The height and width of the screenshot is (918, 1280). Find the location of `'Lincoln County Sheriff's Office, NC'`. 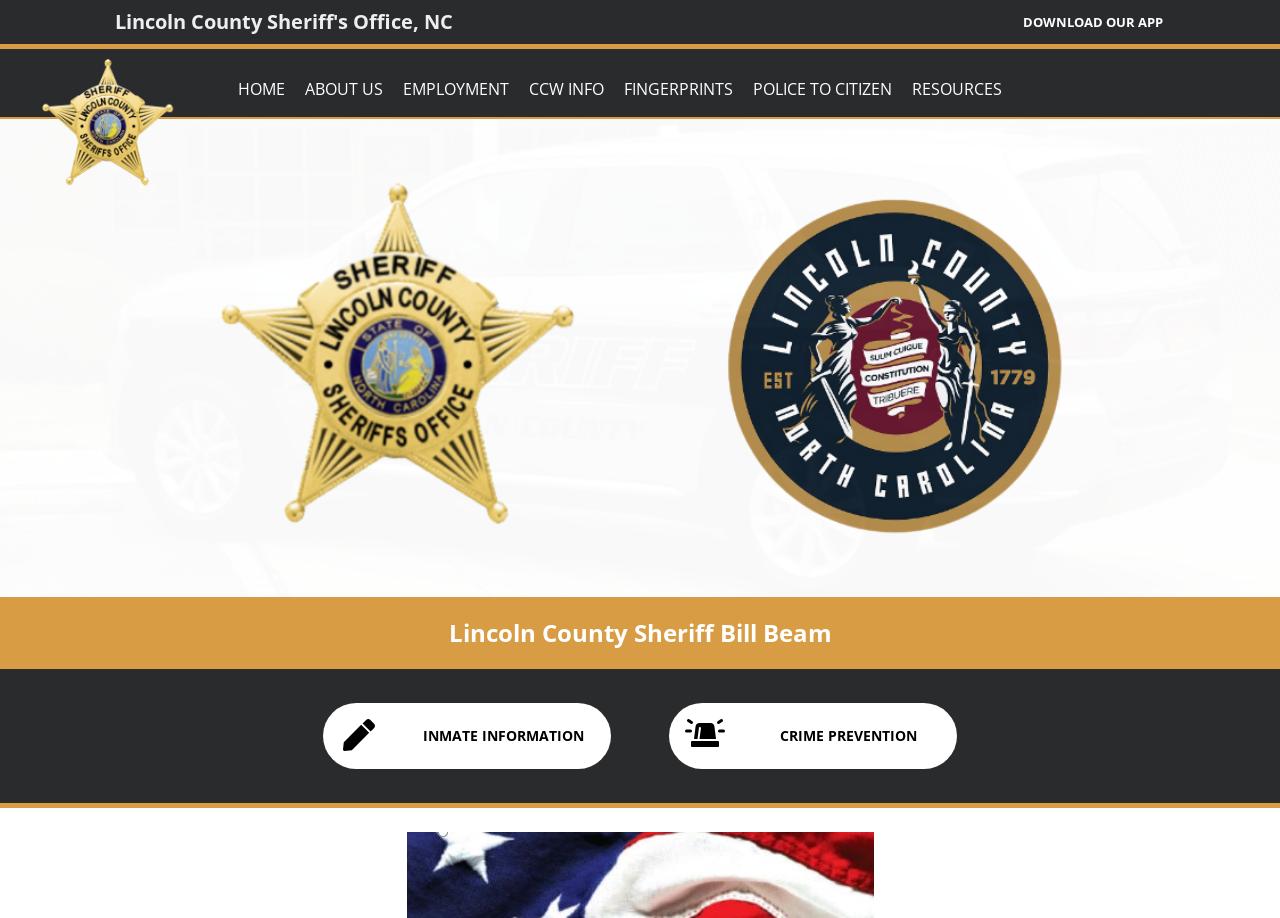

'Lincoln County Sheriff's Office, NC' is located at coordinates (282, 21).